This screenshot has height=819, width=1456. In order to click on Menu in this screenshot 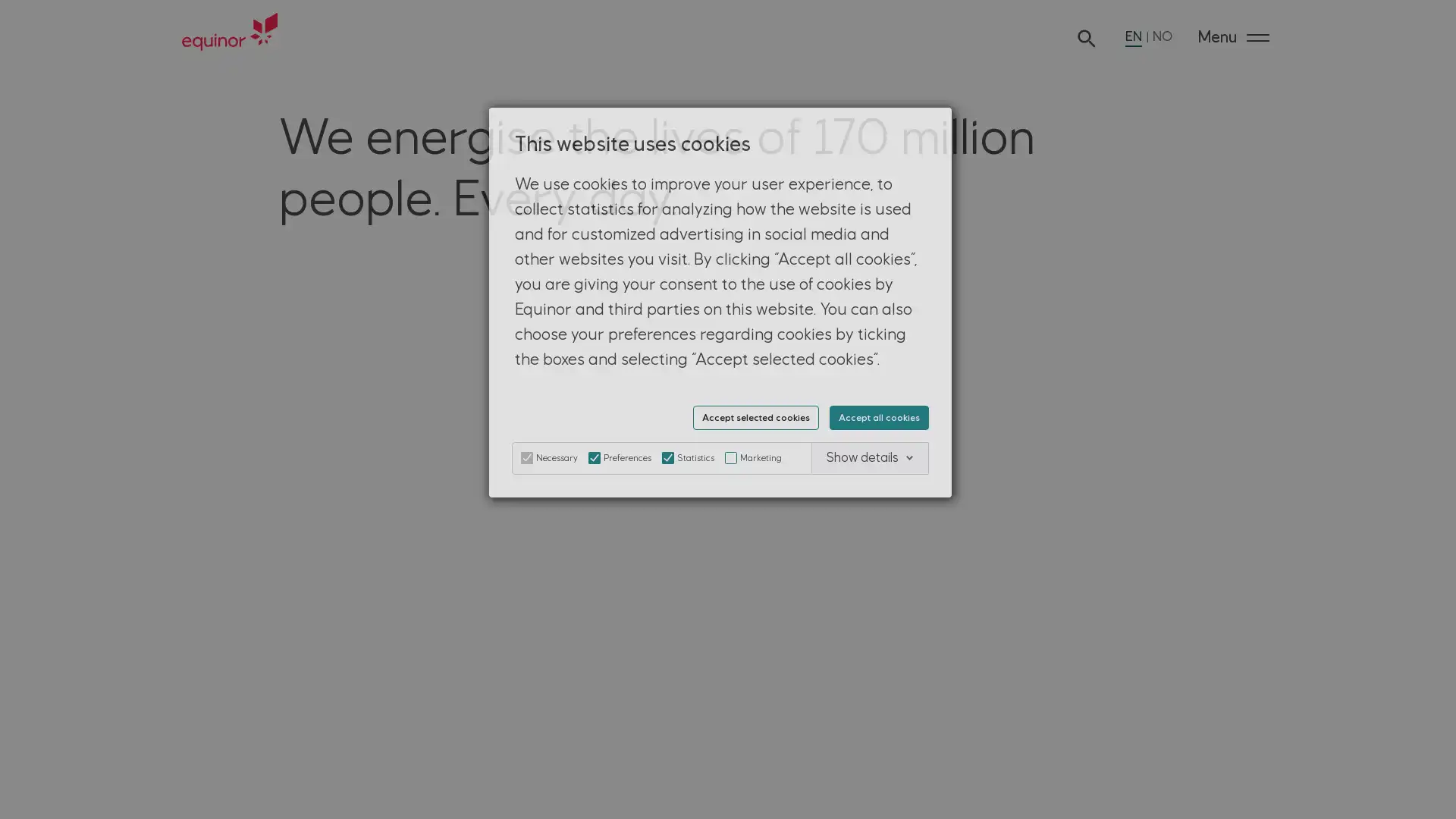, I will do `click(1233, 37)`.